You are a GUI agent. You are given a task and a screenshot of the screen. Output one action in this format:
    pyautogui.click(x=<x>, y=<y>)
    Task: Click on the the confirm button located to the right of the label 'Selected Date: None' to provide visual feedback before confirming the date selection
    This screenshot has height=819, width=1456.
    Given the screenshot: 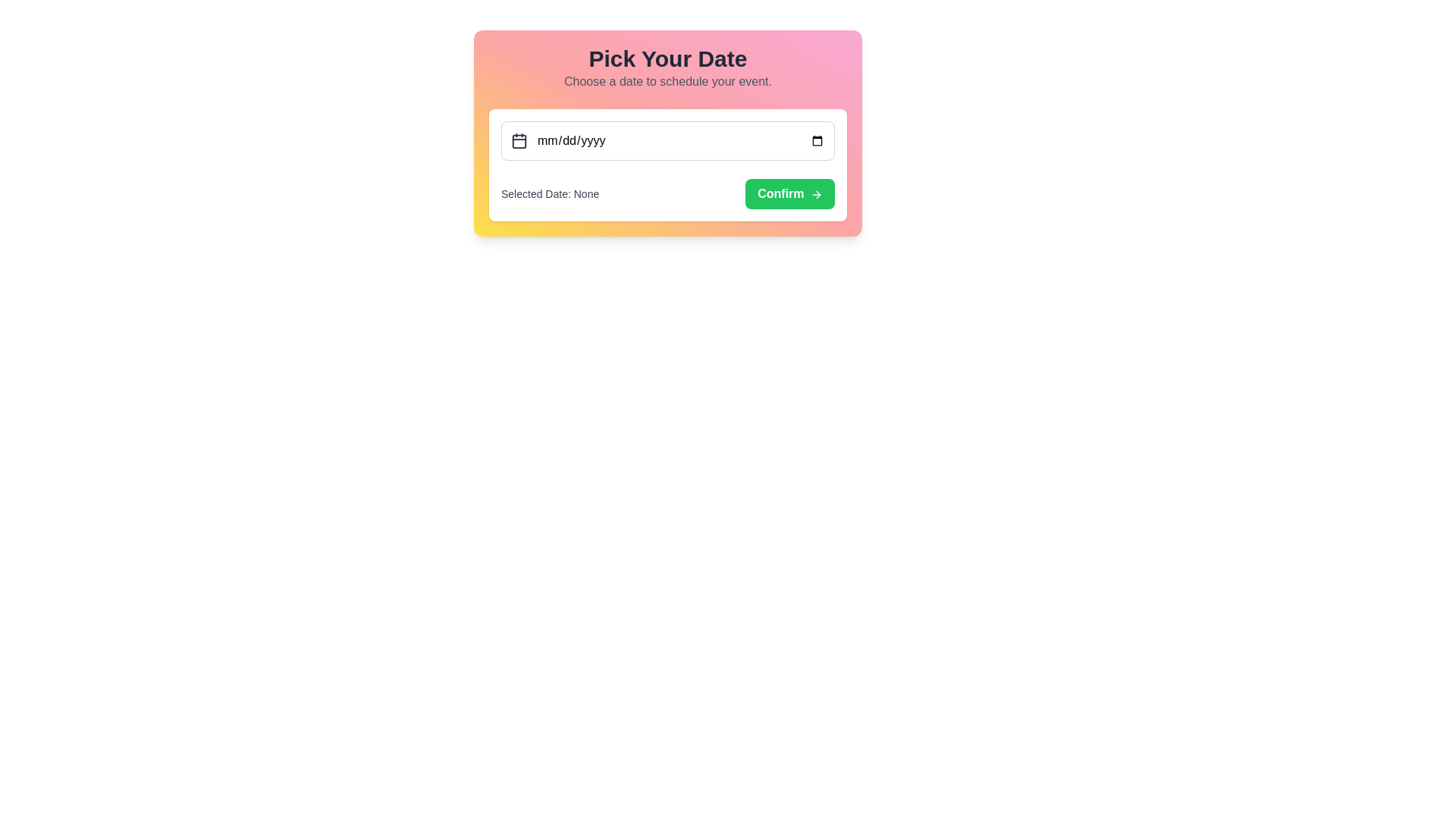 What is the action you would take?
    pyautogui.click(x=789, y=193)
    